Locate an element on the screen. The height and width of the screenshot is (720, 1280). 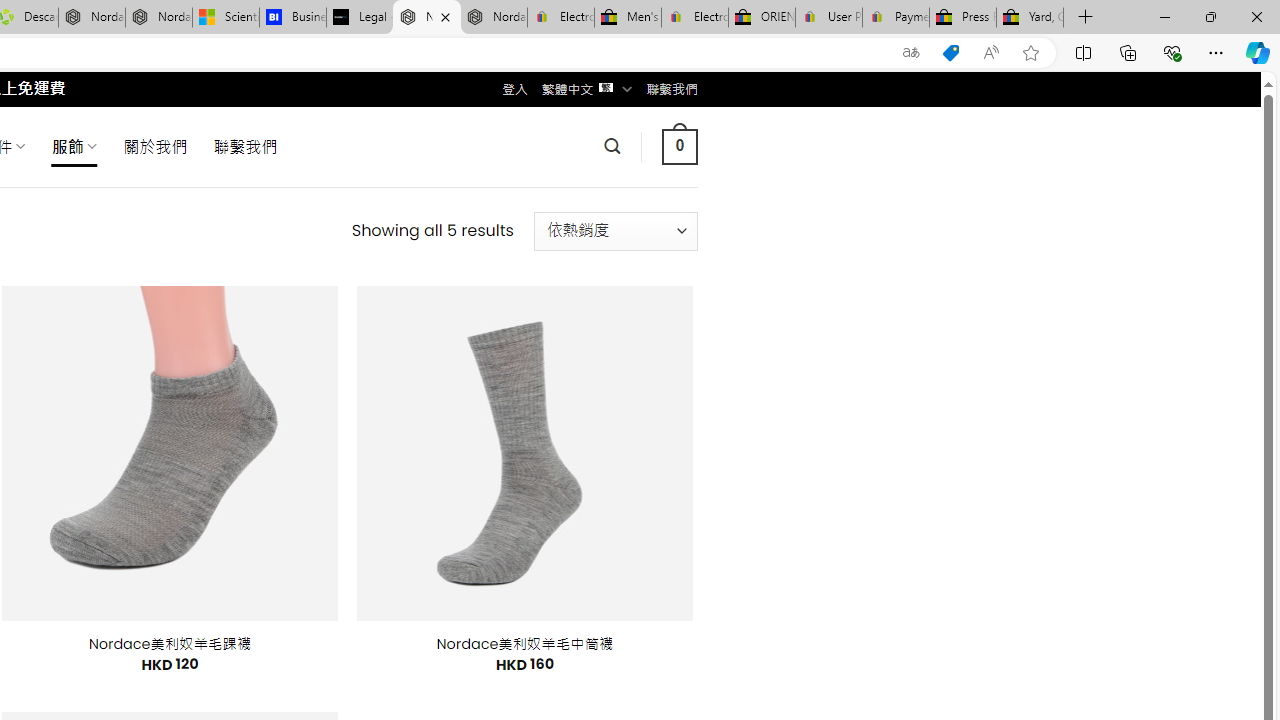
' 0 ' is located at coordinates (679, 145).